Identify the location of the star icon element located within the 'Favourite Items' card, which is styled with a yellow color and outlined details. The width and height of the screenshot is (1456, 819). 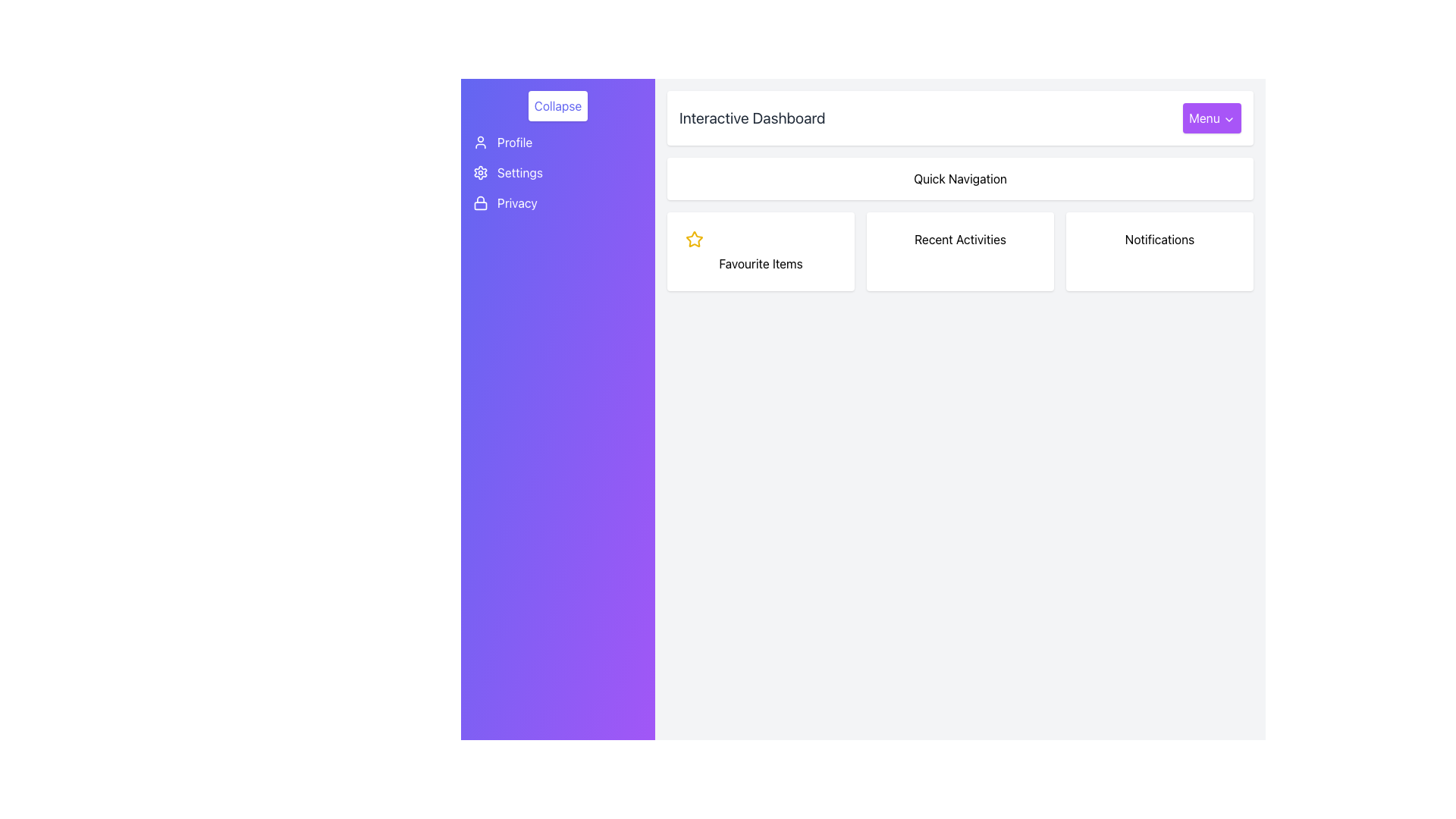
(694, 239).